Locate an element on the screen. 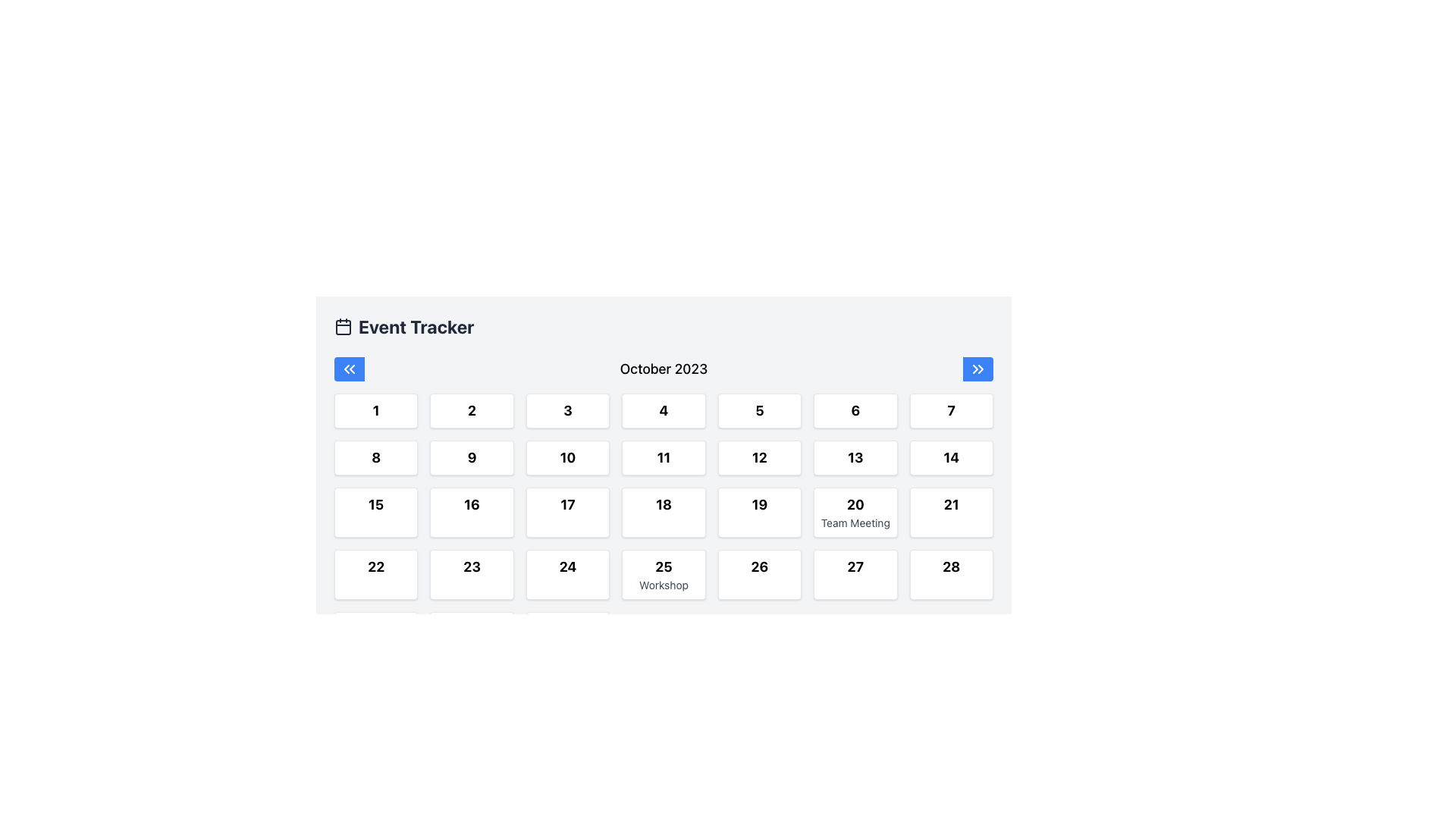 The height and width of the screenshot is (819, 1456). the rectangular text box containing the bold black number '7', which is styled with rounded corners and a shadow effect, located in the topmost row of a grid layout is located at coordinates (950, 411).